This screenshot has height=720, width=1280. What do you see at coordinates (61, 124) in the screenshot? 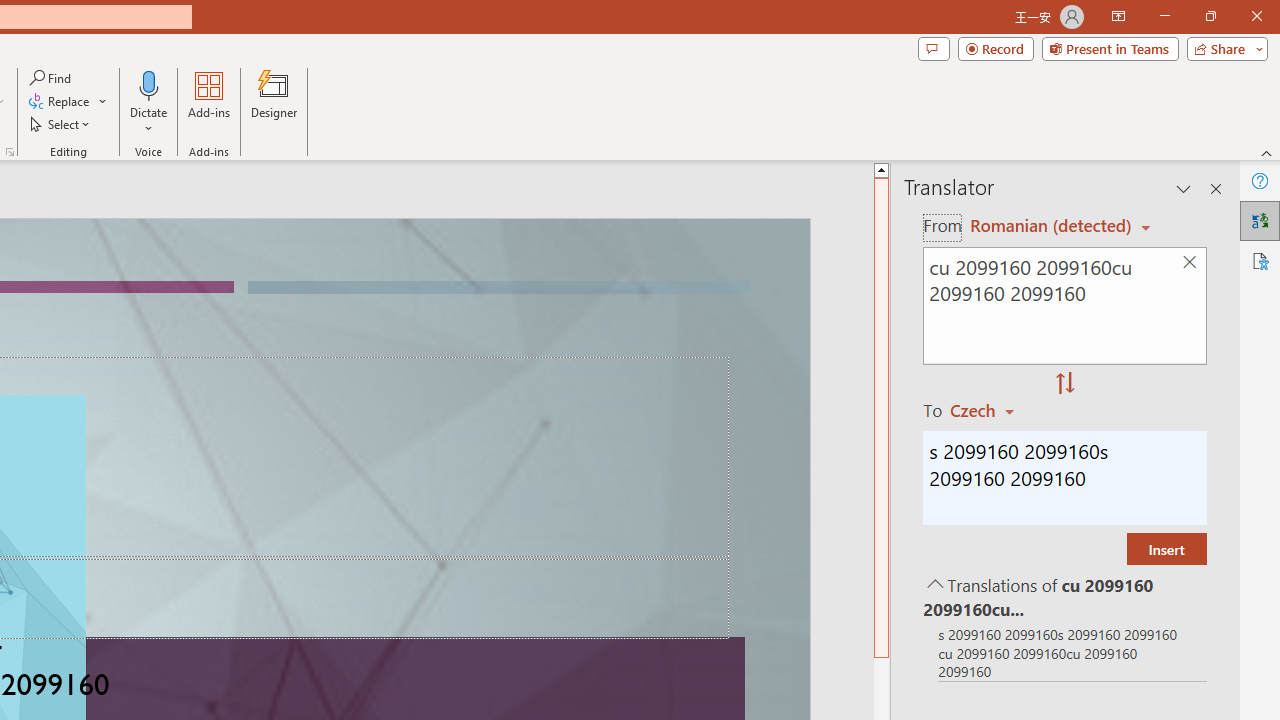
I see `'Select'` at bounding box center [61, 124].